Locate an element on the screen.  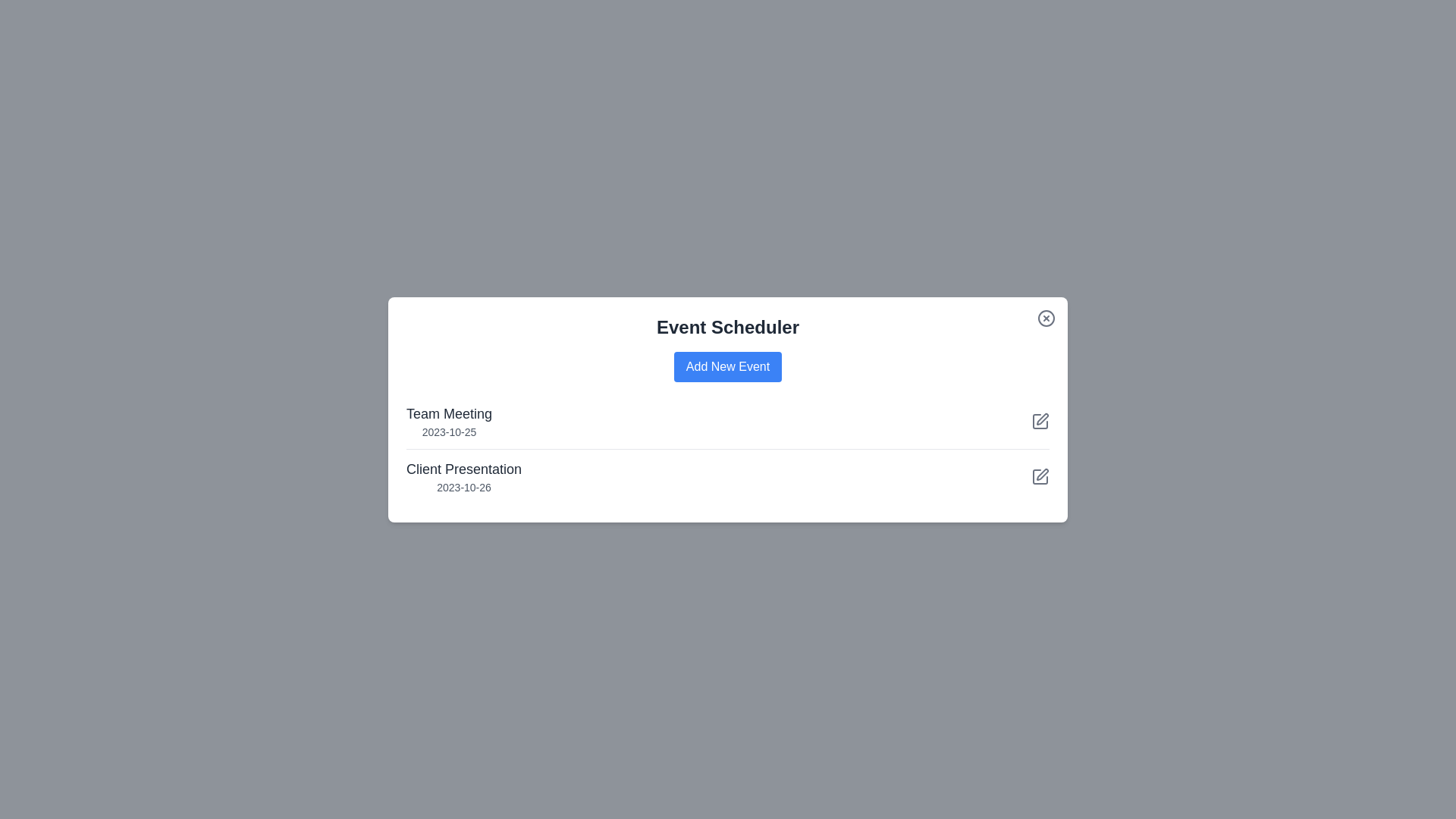
the text label displaying the date '2023-10-26' which is located under the title 'Client Presentation' is located at coordinates (463, 487).